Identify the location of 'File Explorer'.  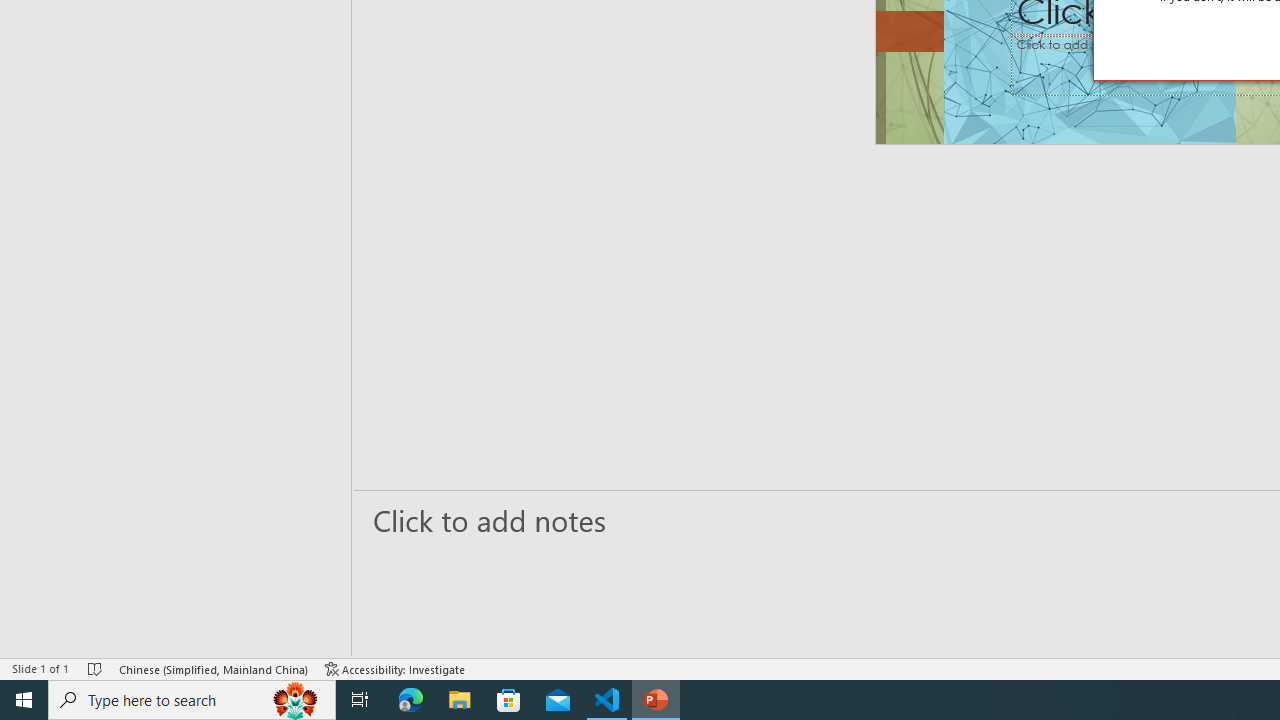
(459, 698).